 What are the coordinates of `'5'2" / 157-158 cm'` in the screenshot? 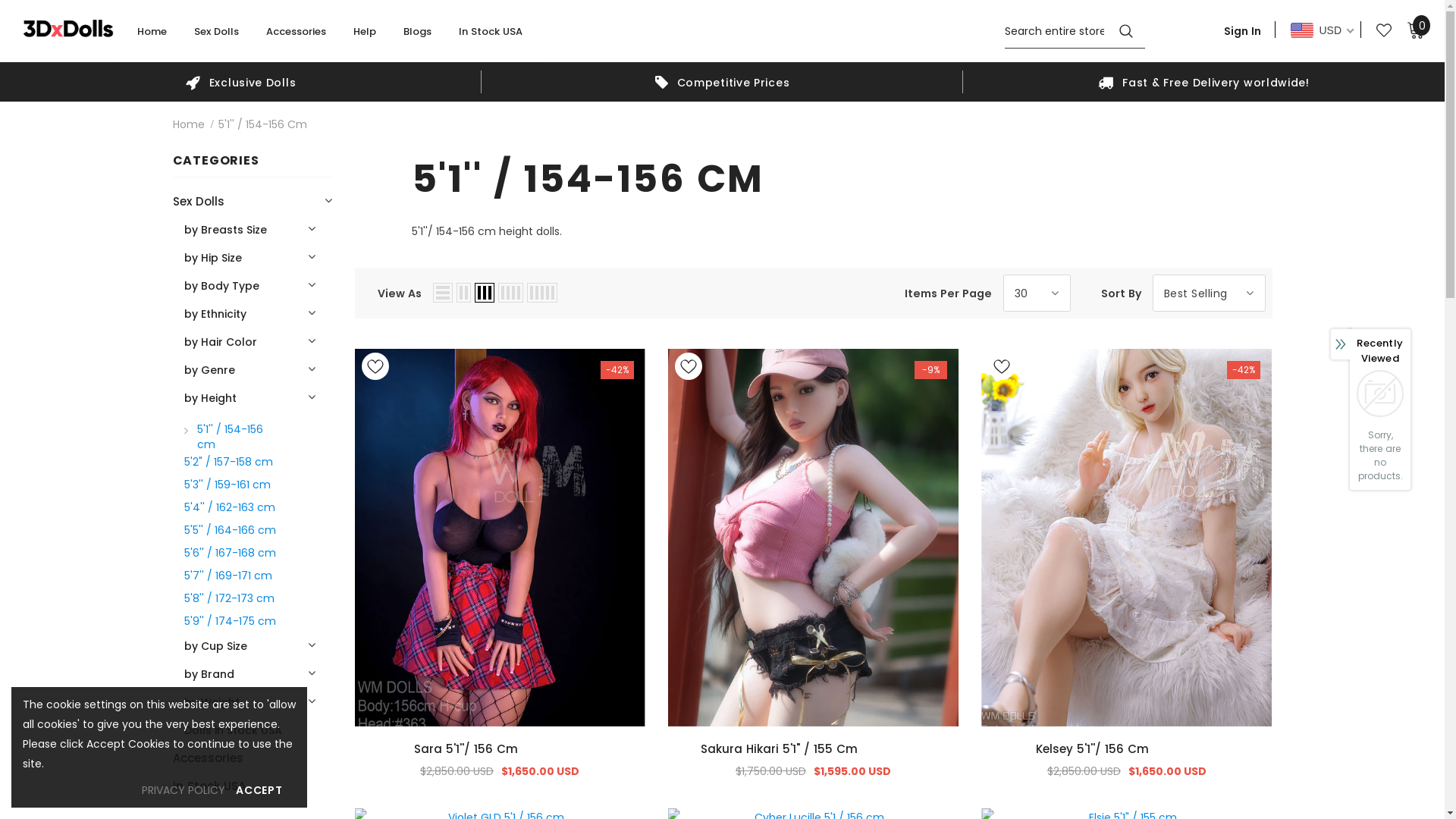 It's located at (227, 460).